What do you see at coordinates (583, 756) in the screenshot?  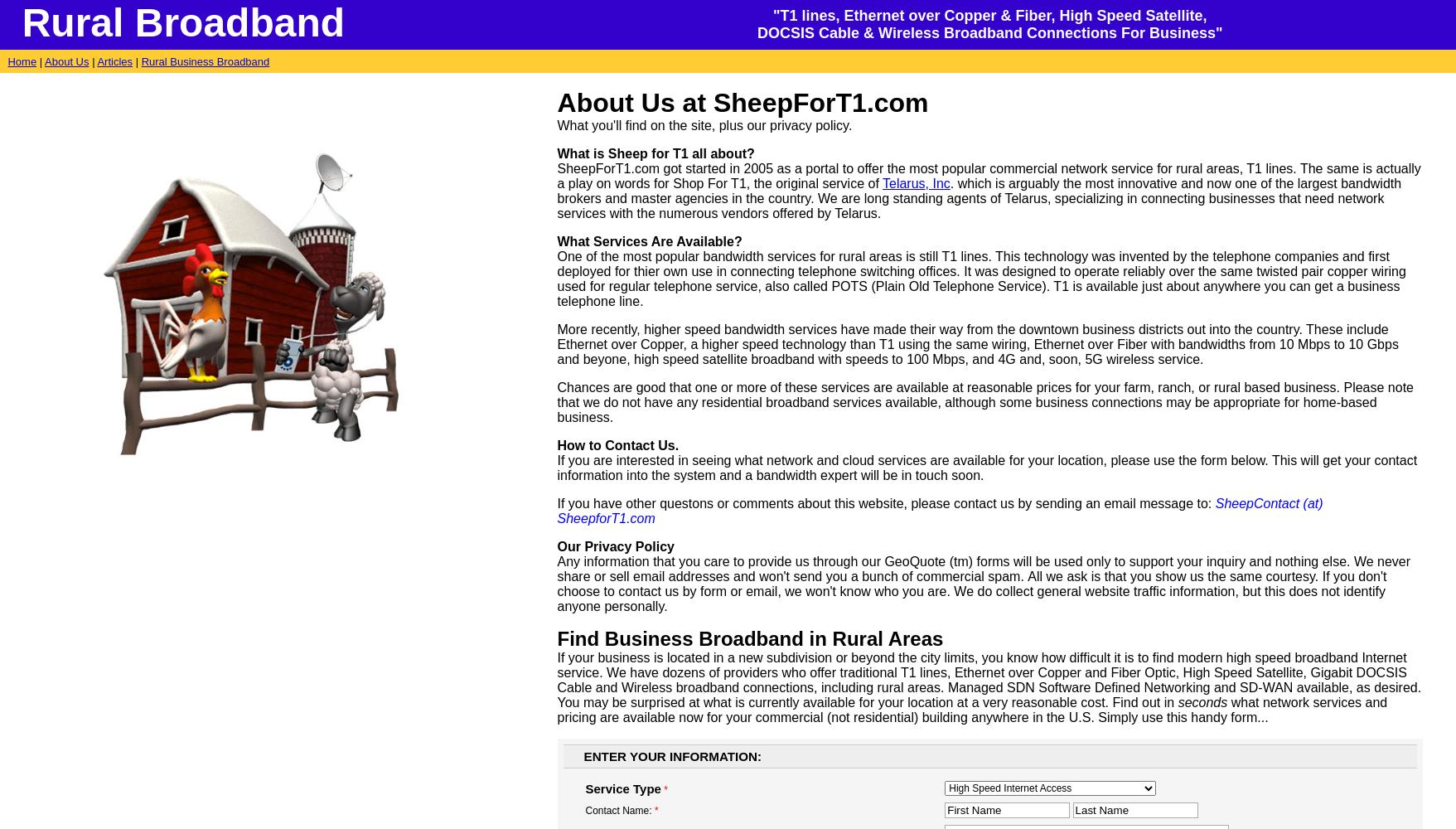 I see `'ENTER YOUR INFORMATION:'` at bounding box center [583, 756].